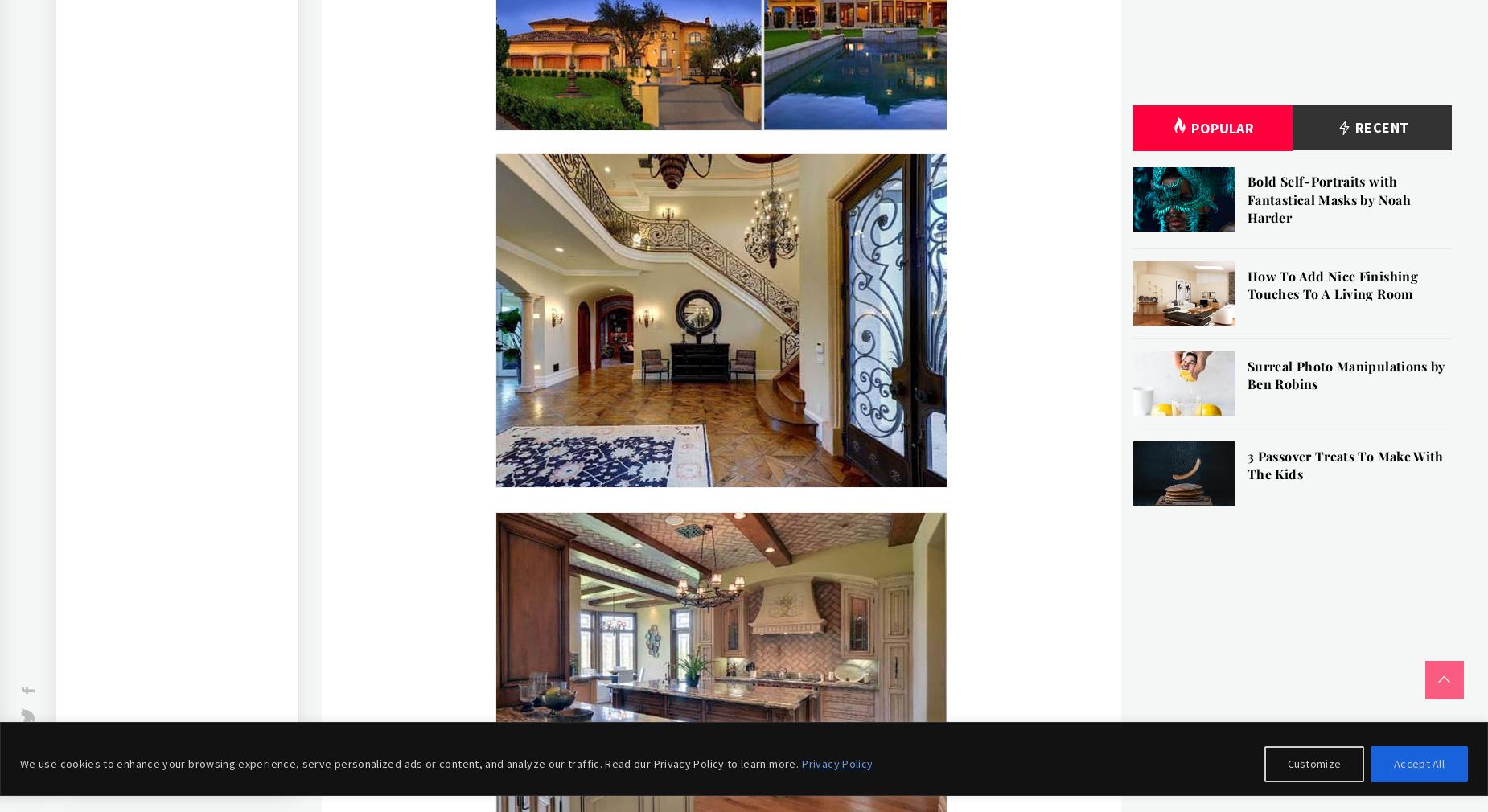 The height and width of the screenshot is (812, 1488). What do you see at coordinates (1345, 374) in the screenshot?
I see `'Surreal Photo Manipulations by Ben Robins'` at bounding box center [1345, 374].